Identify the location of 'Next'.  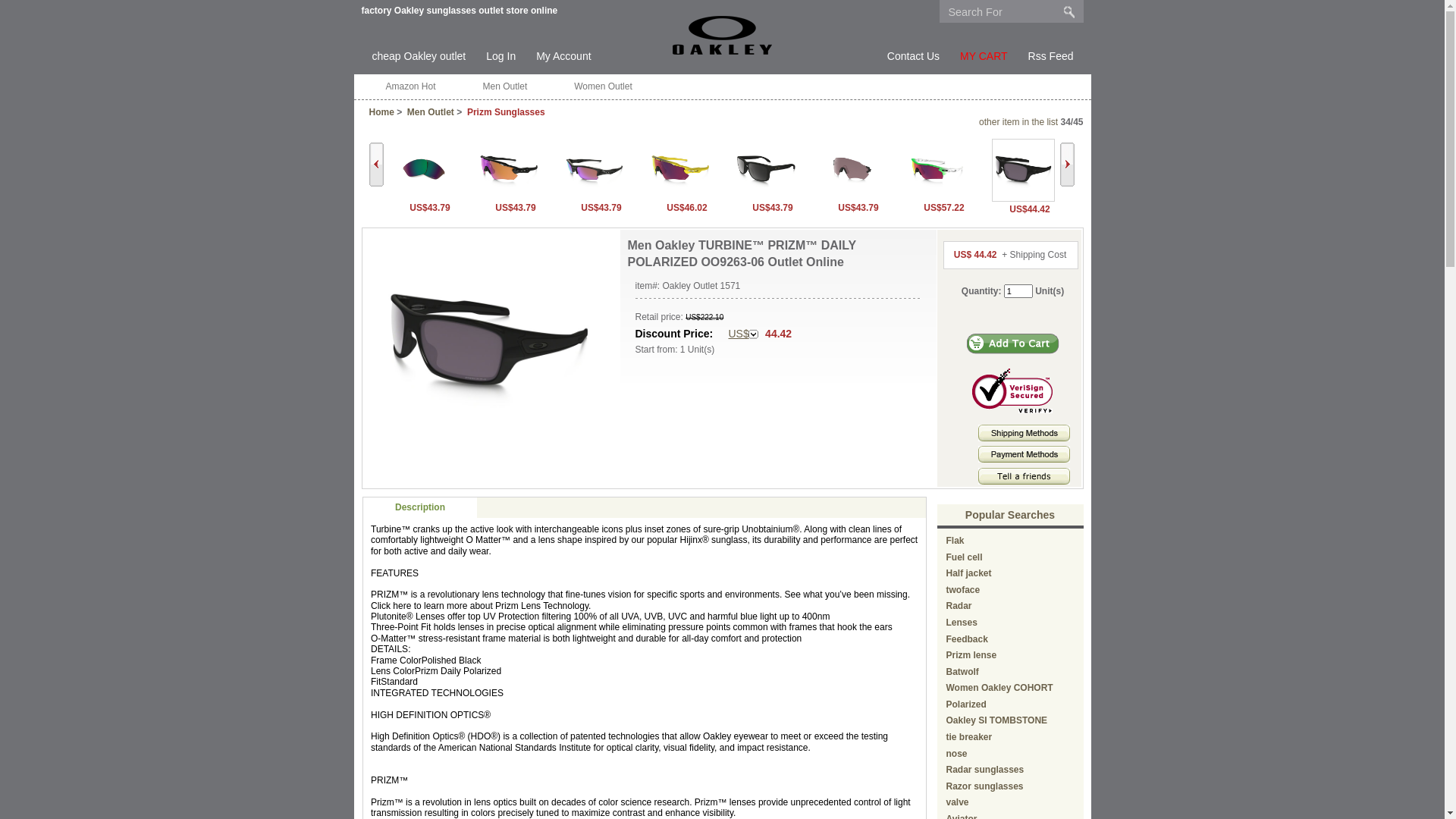
(1066, 164).